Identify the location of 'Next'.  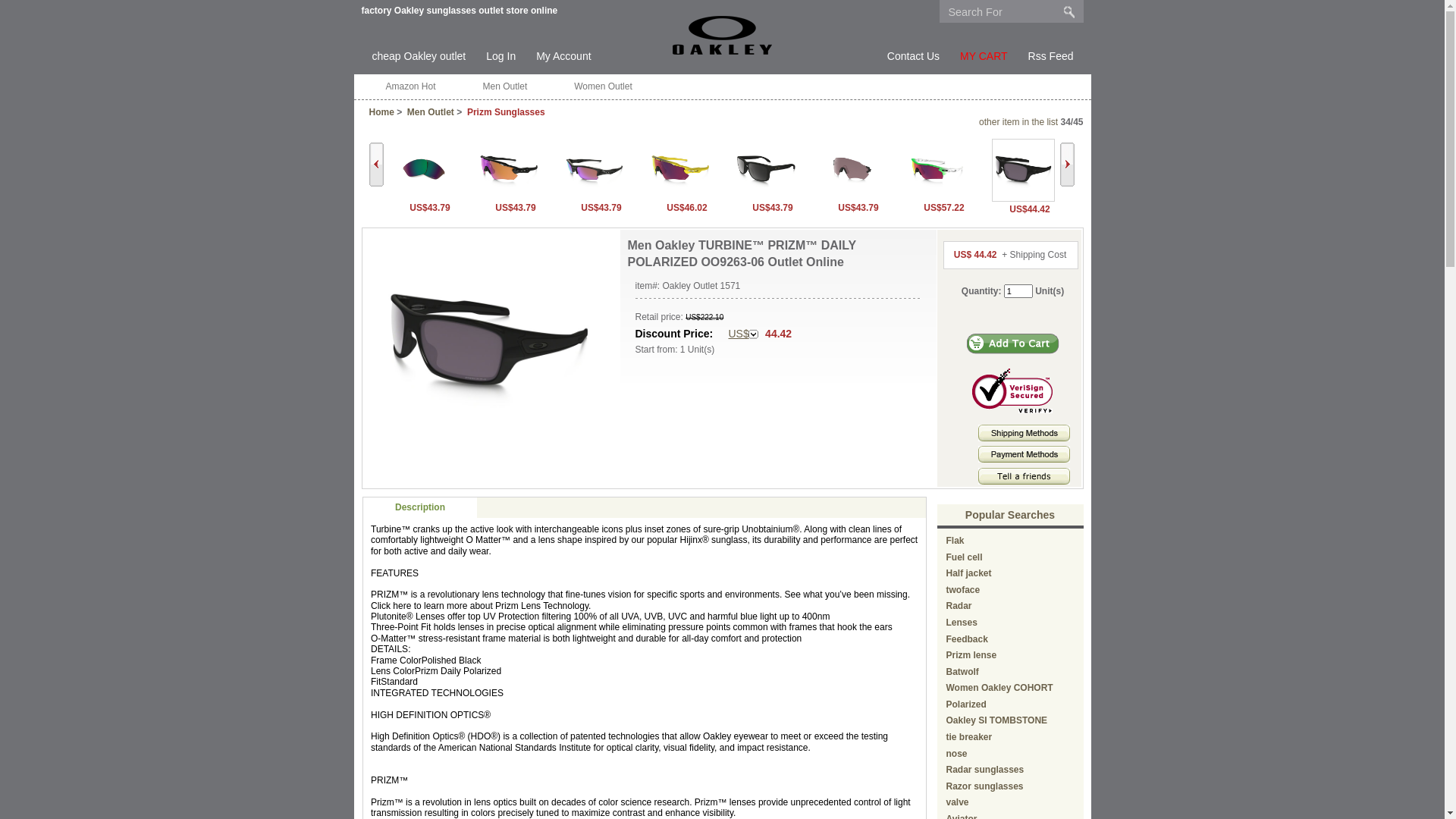
(1066, 164).